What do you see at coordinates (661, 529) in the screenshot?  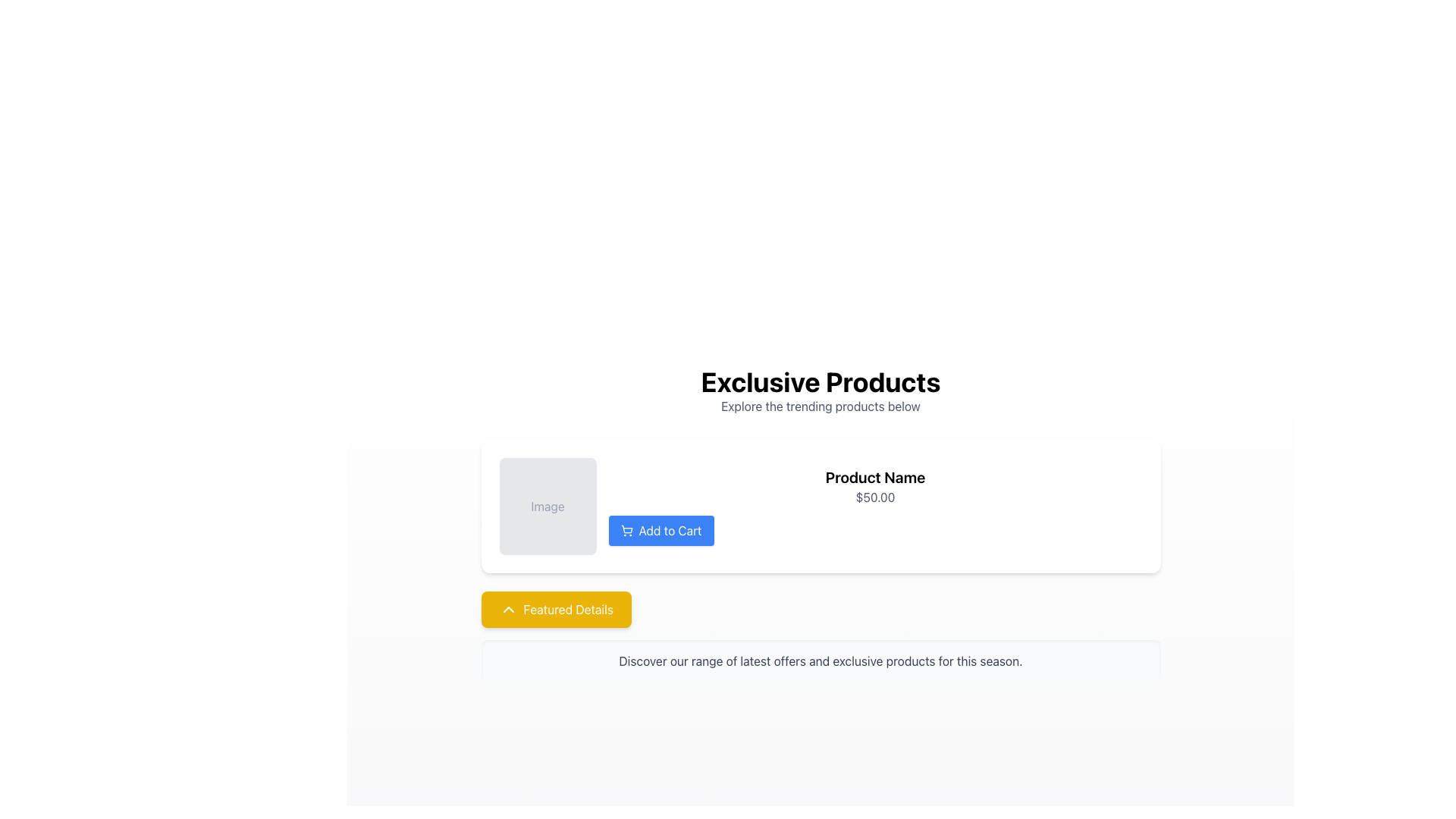 I see `the 'Add to Cart' button, which has a blue background, white text, and a cart icon, to observe the hover effect` at bounding box center [661, 529].